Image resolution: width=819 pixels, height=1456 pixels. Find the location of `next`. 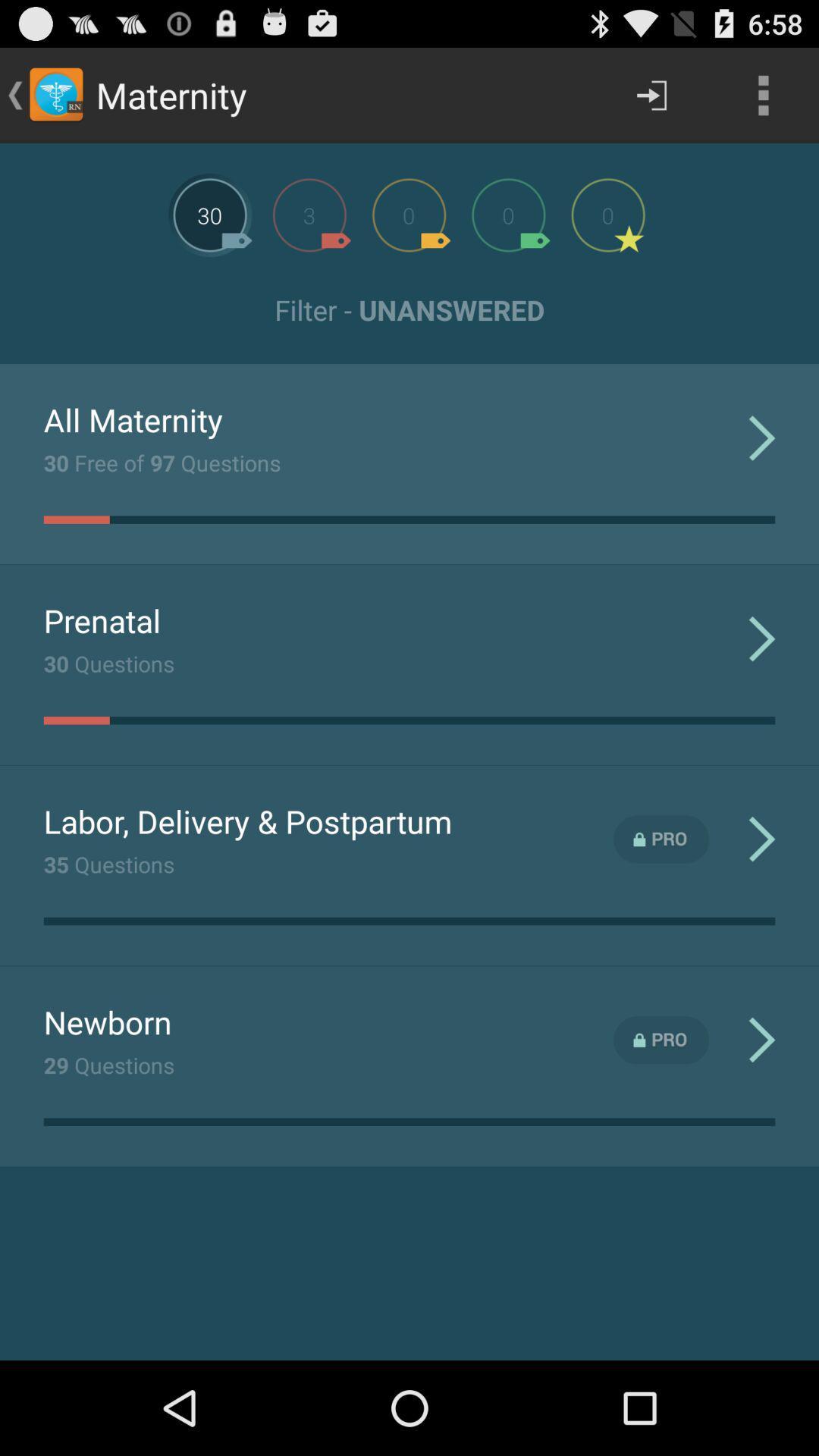

next is located at coordinates (408, 214).